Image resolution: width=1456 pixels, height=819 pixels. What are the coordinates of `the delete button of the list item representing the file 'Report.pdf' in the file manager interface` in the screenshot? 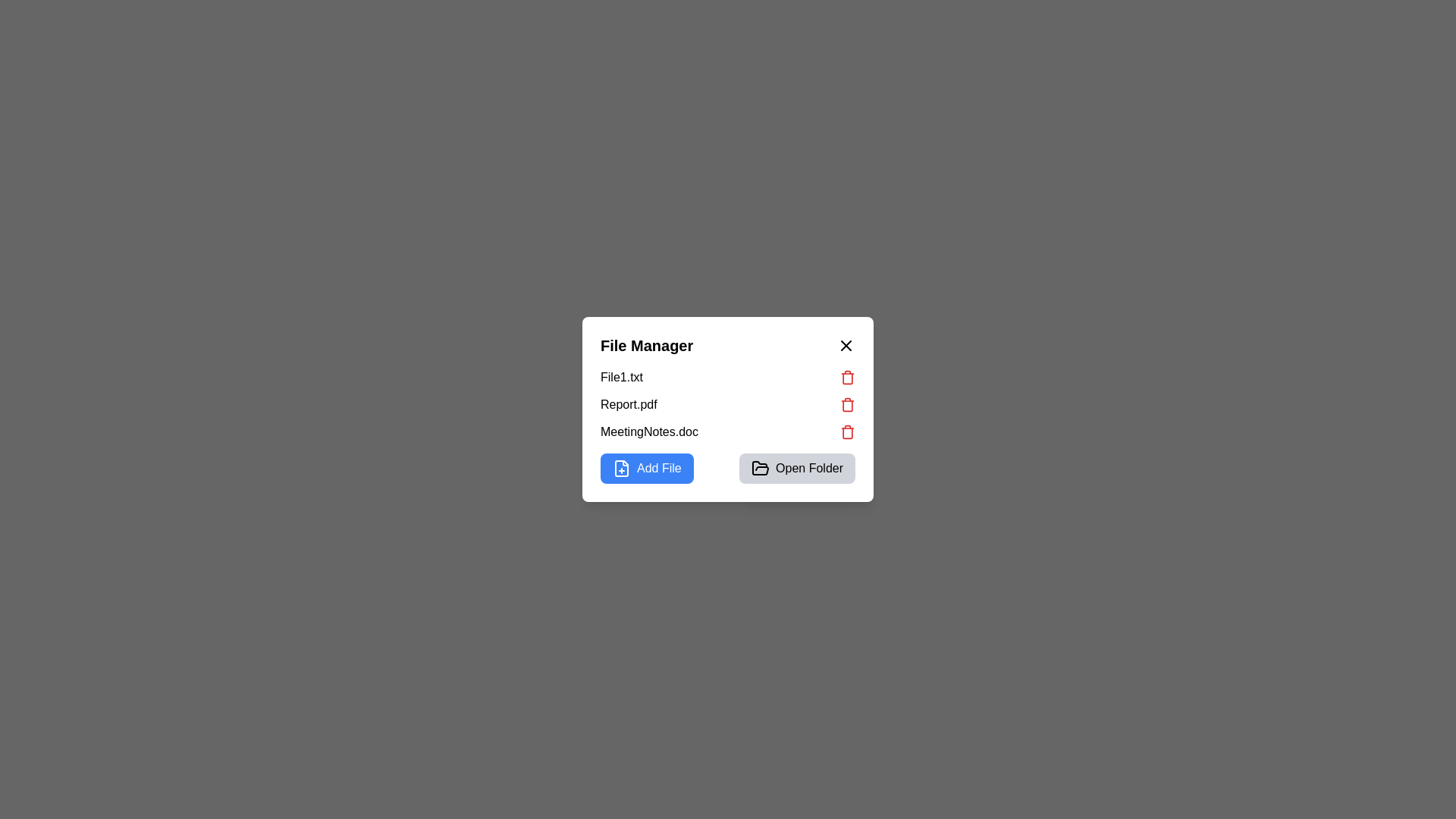 It's located at (728, 403).